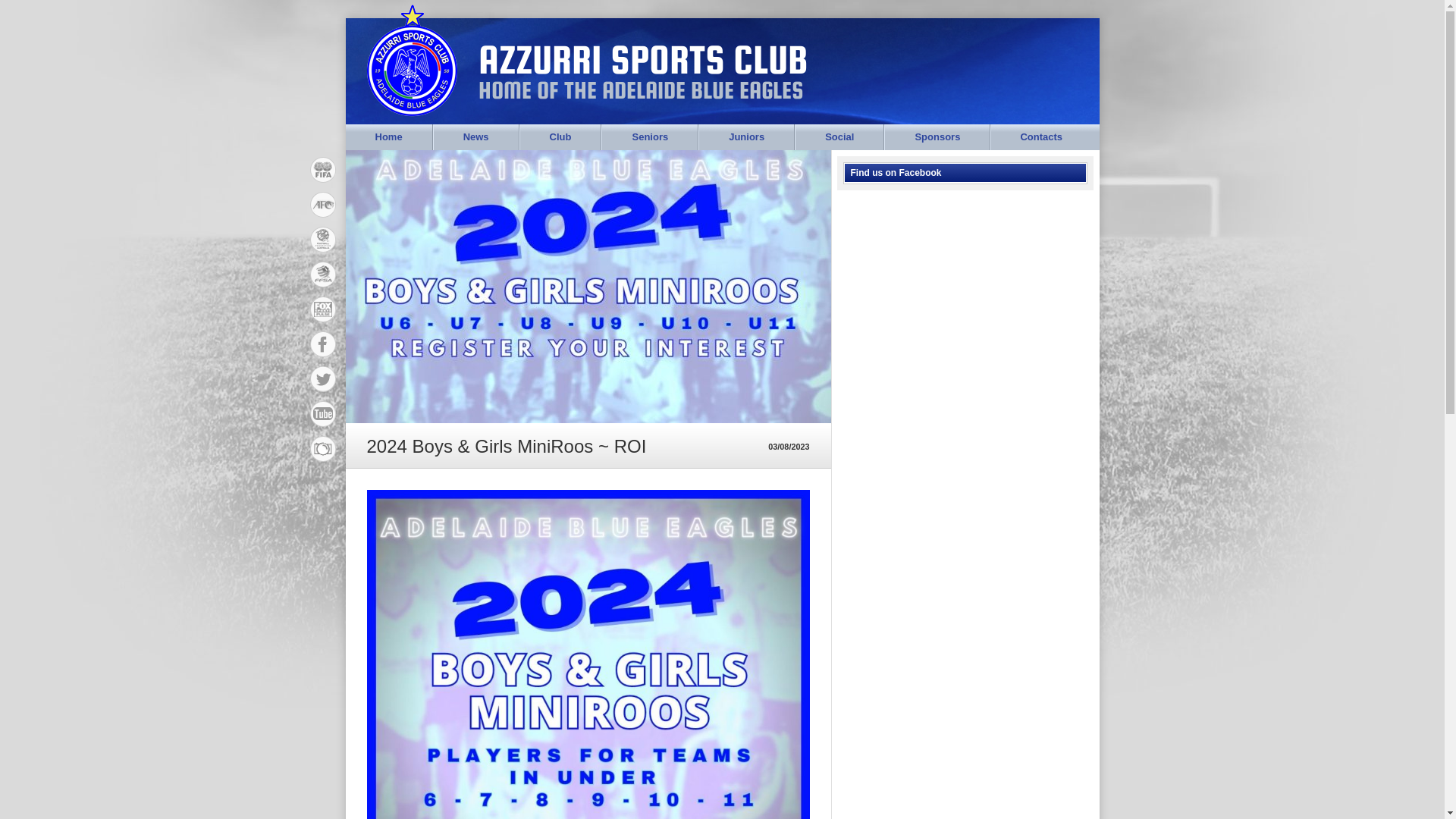  I want to click on 'Sponsors', so click(937, 137).